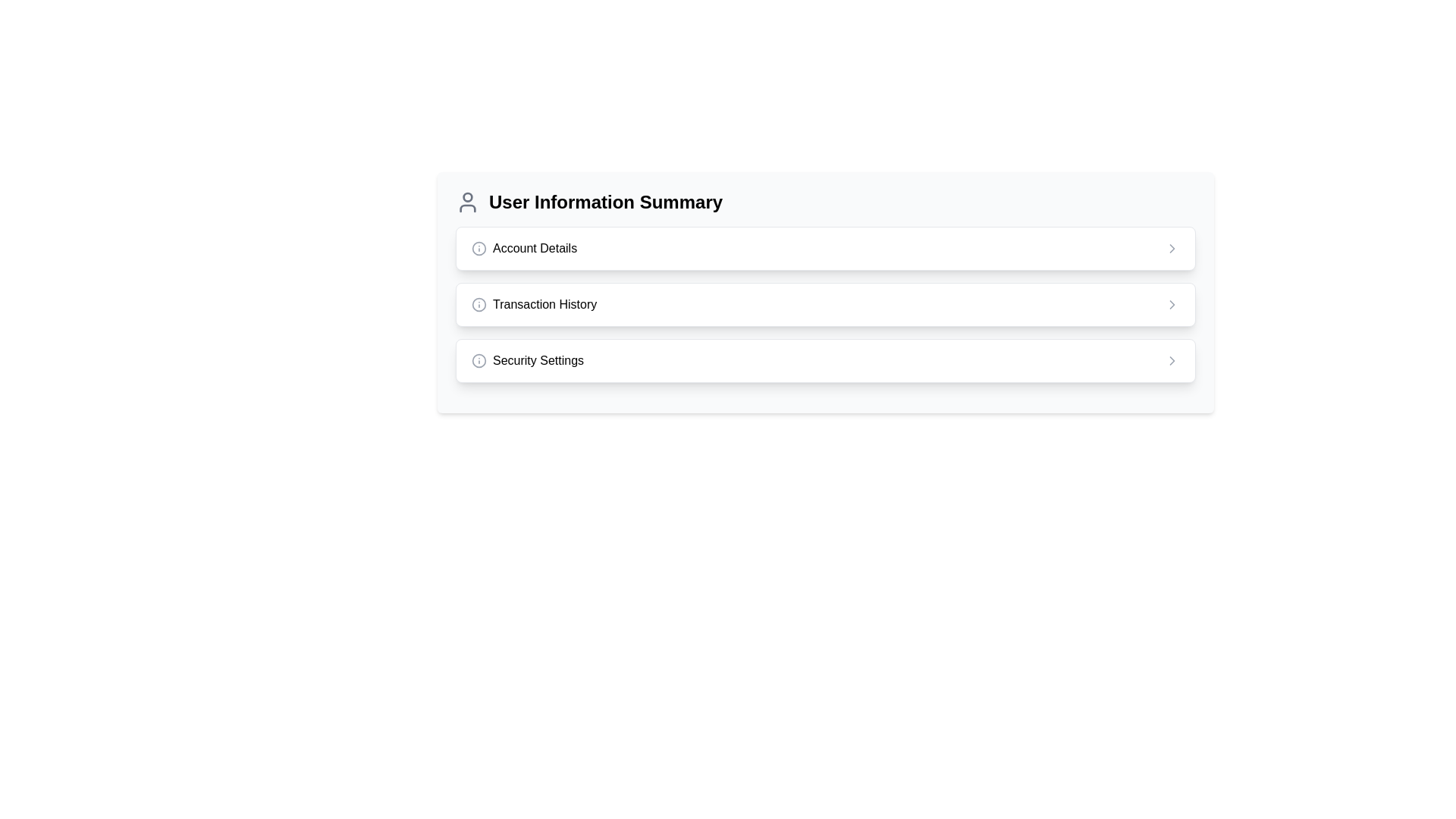 This screenshot has width=1456, height=819. What do you see at coordinates (538, 360) in the screenshot?
I see `the 'Security Settings' text label, which is the third item in the list under 'User Information Summary'` at bounding box center [538, 360].